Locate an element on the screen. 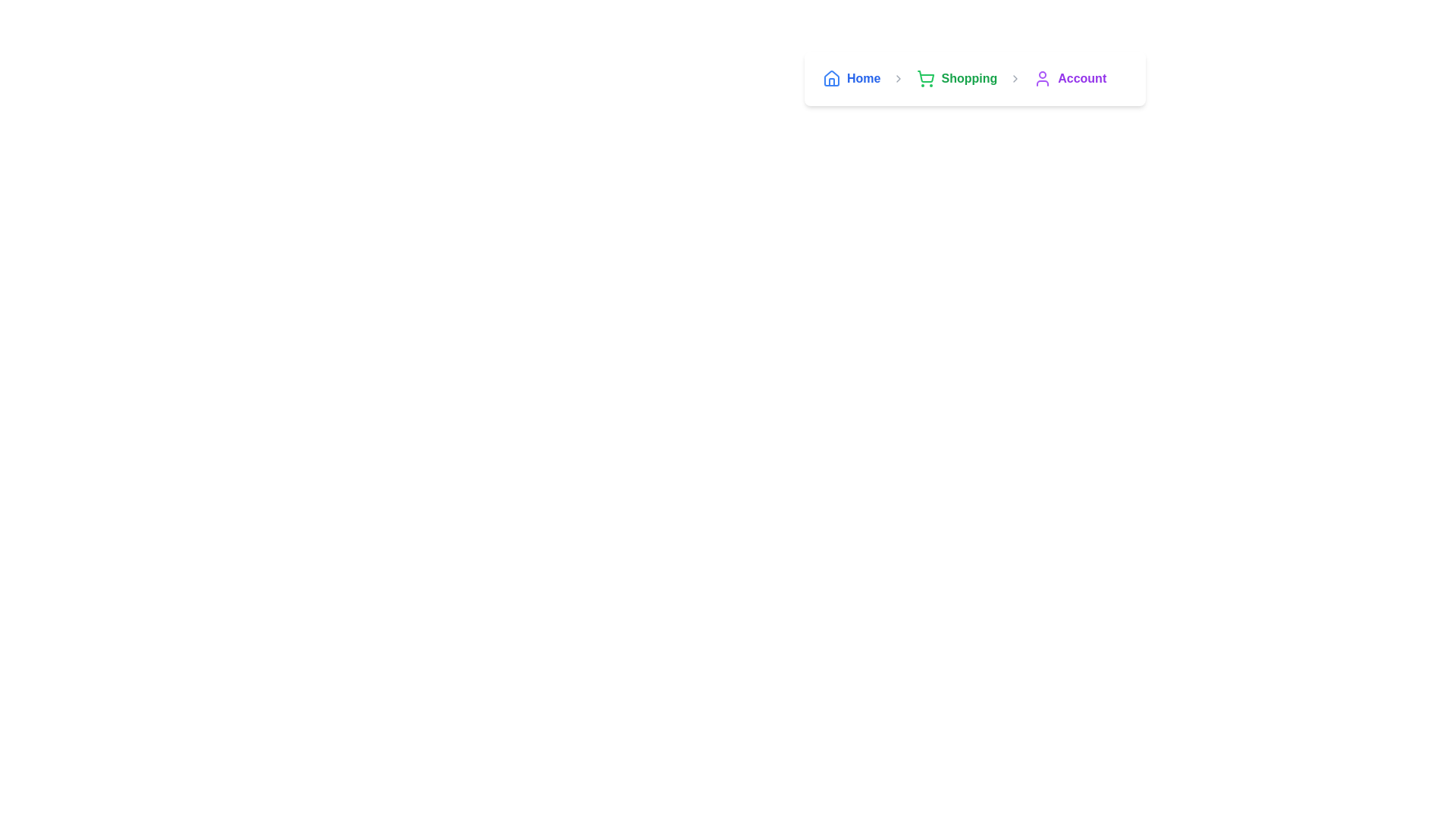 Image resolution: width=1456 pixels, height=819 pixels. the 'Shopping' hyperlink located in the upper-right area of the page, styled in bold green font is located at coordinates (968, 79).